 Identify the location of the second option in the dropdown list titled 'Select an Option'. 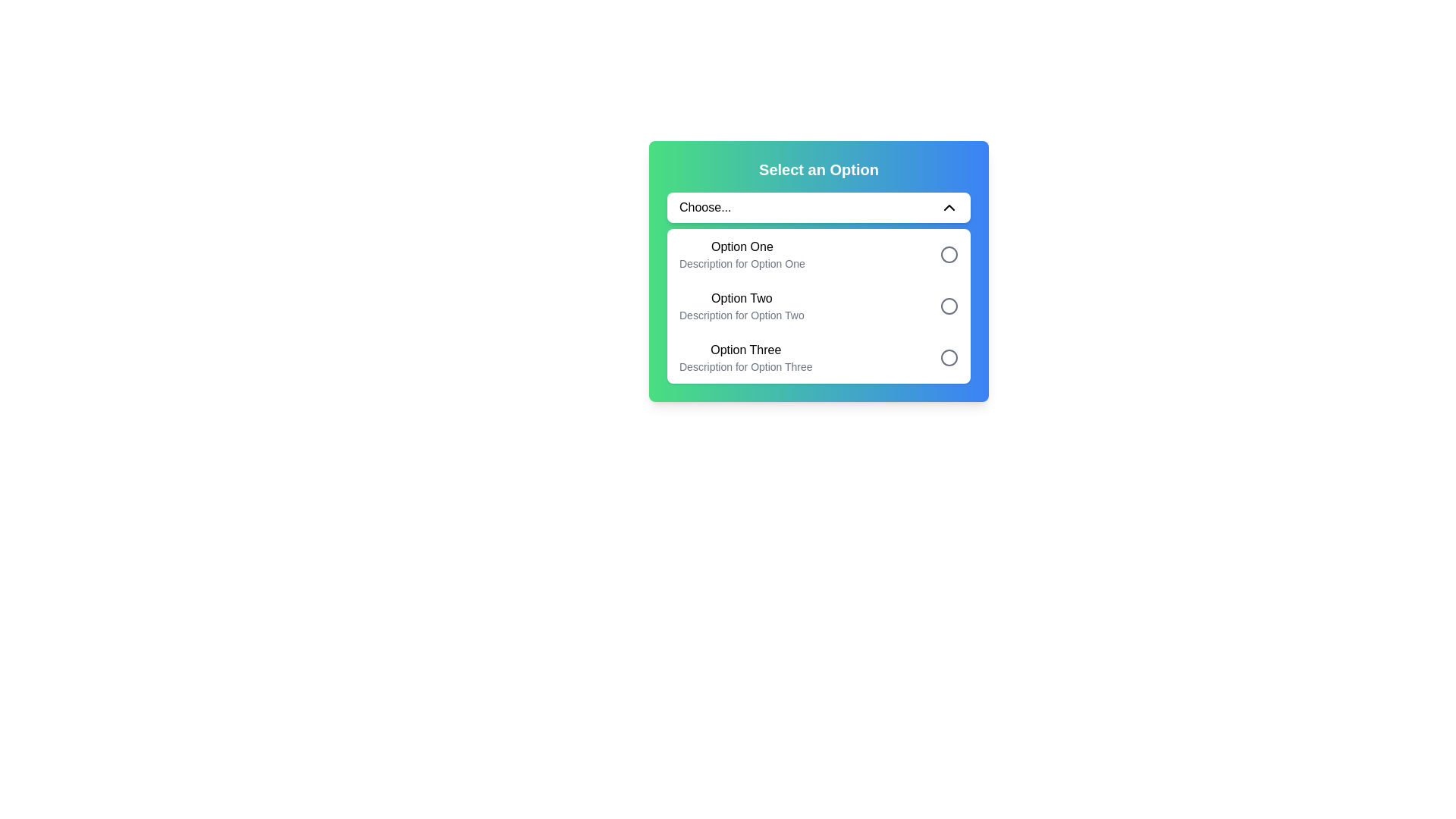
(818, 288).